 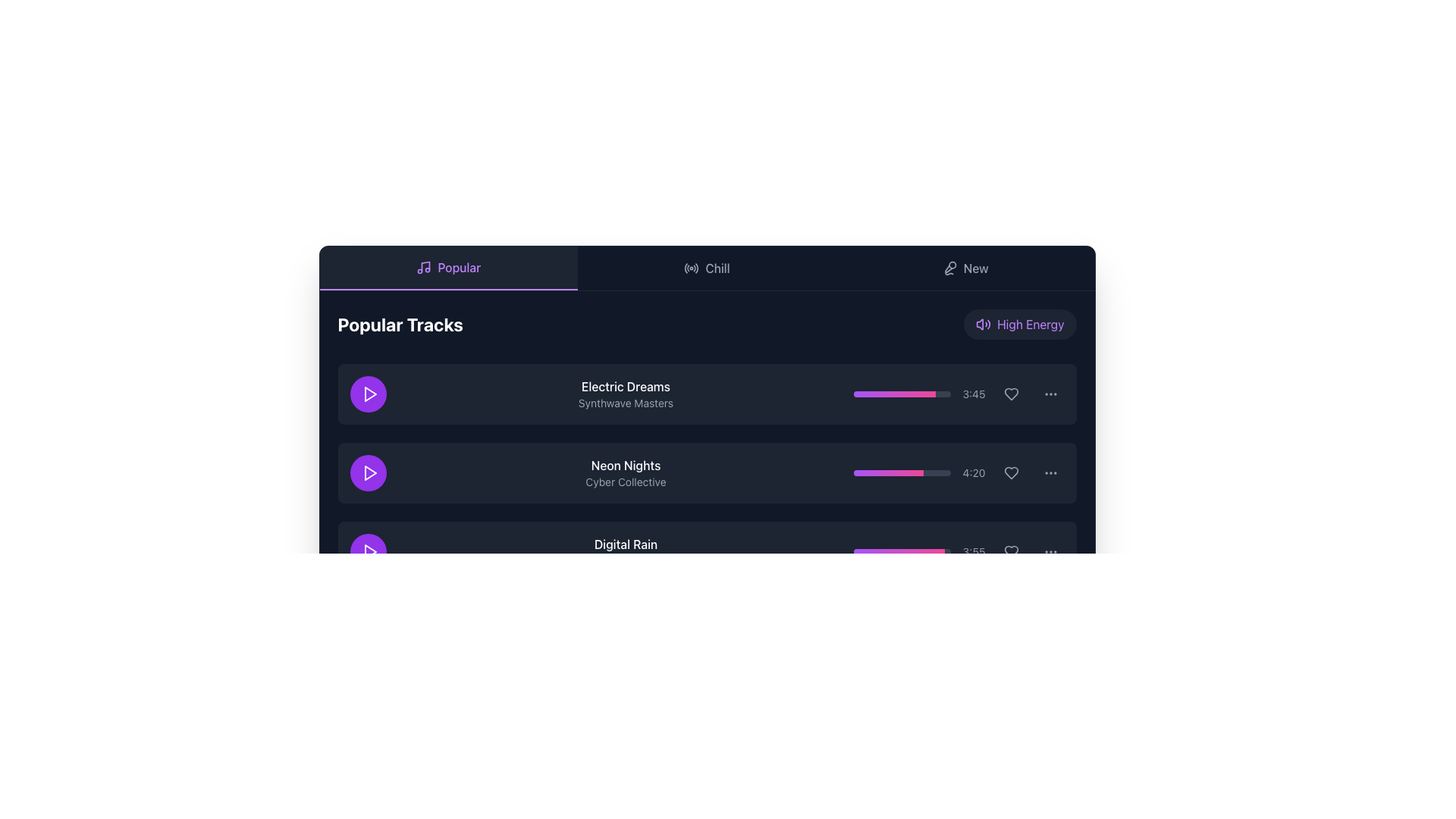 What do you see at coordinates (626, 543) in the screenshot?
I see `the prominent text label displaying 'Digital Rain'` at bounding box center [626, 543].